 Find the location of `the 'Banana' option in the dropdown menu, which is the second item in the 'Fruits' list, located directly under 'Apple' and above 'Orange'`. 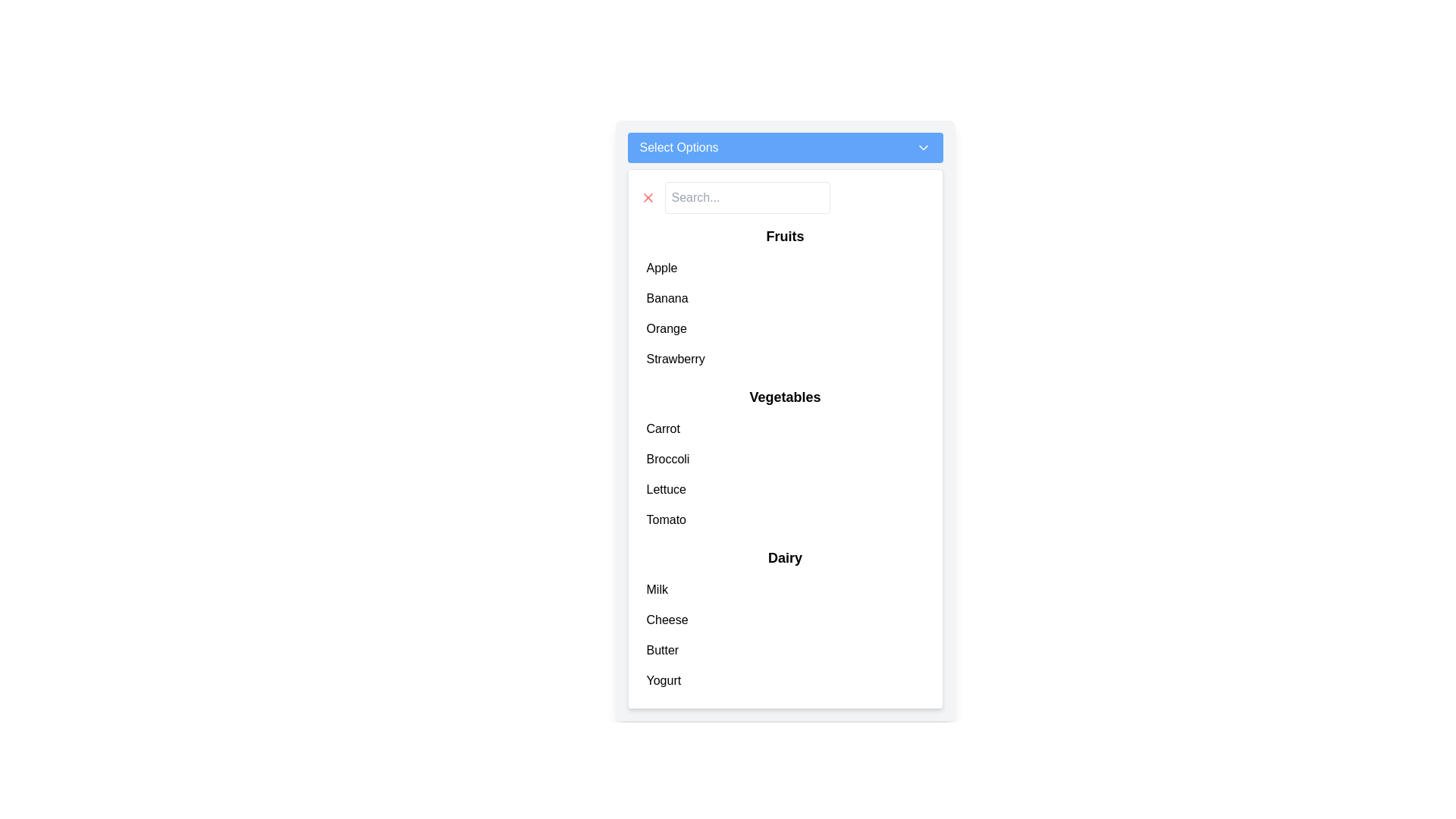

the 'Banana' option in the dropdown menu, which is the second item in the 'Fruits' list, located directly under 'Apple' and above 'Orange' is located at coordinates (785, 298).